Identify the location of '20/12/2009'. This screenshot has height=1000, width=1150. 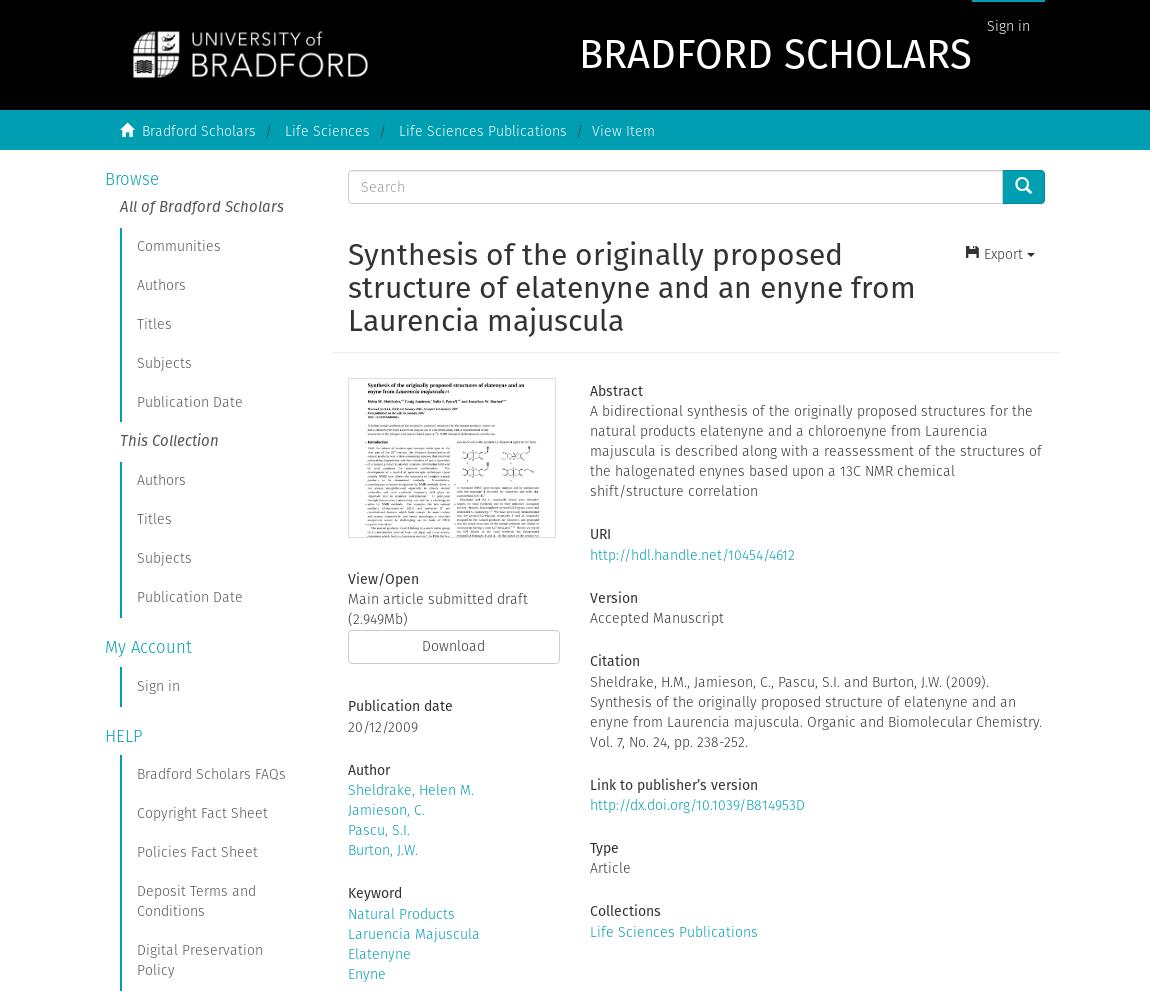
(382, 725).